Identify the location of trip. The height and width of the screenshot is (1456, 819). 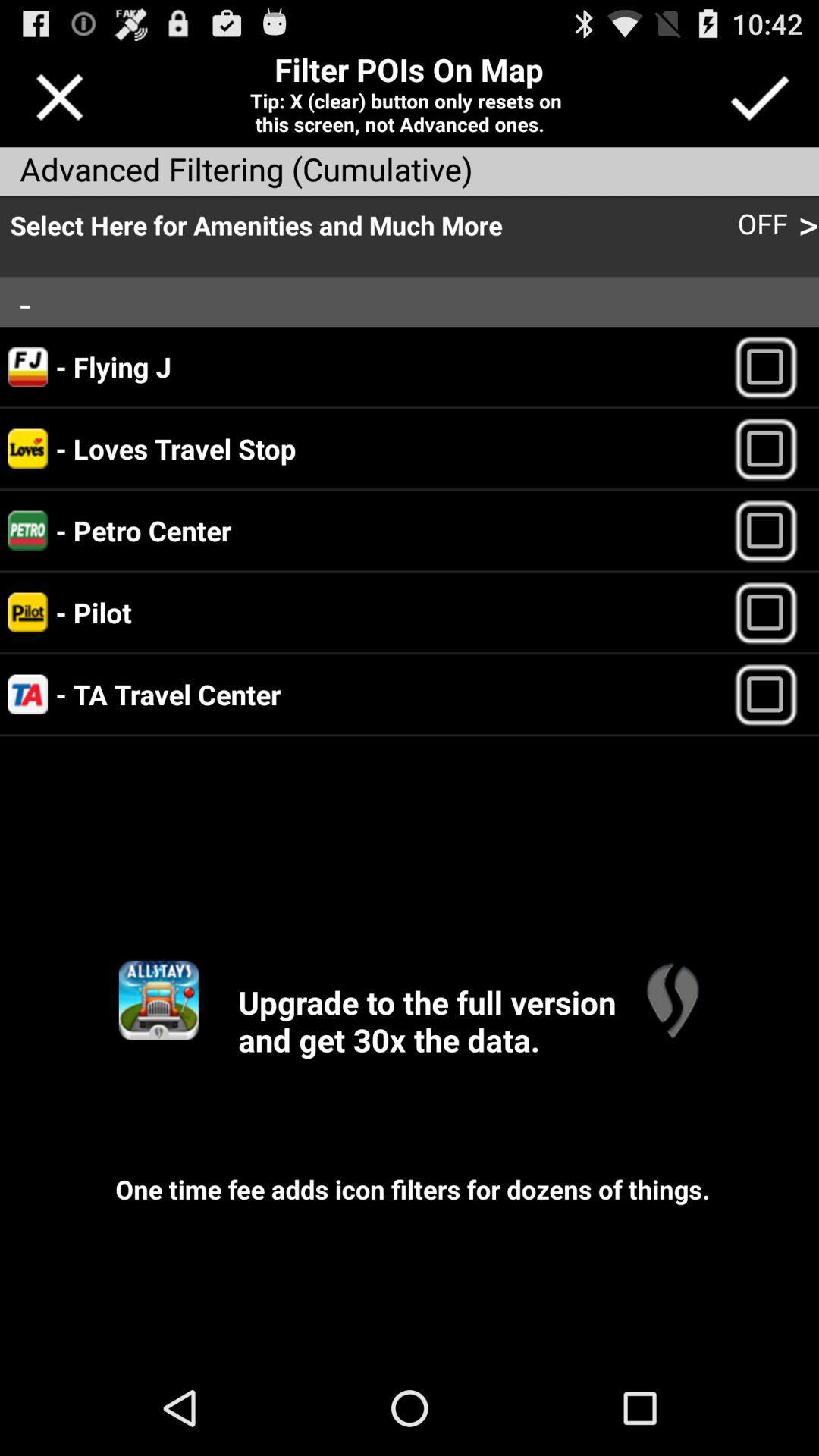
(773, 693).